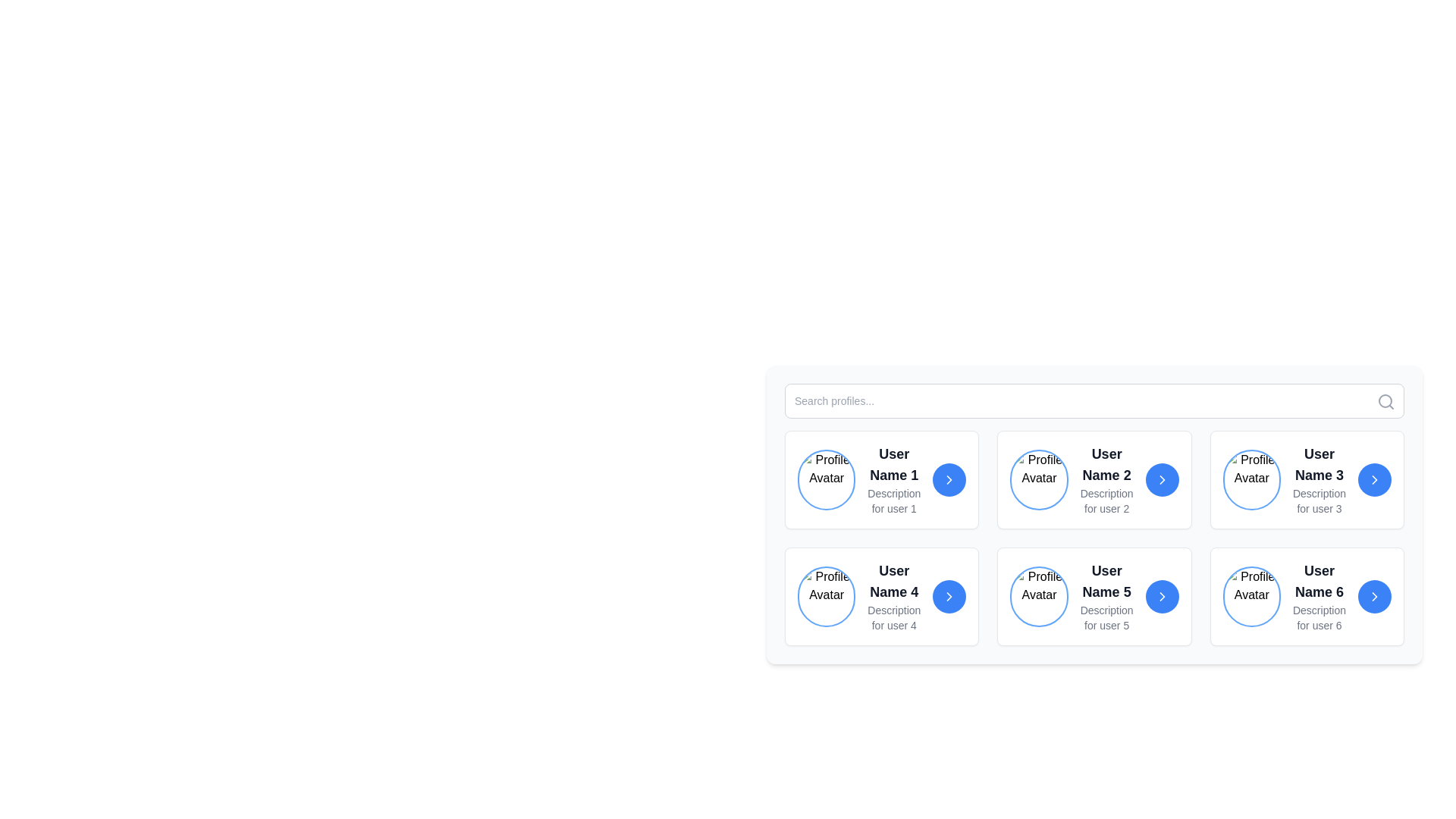 This screenshot has height=819, width=1456. I want to click on the right-facing chevron icon with a clean outline, which is located on the third profile card ('User Name 3') from the top-left within the grid of user profiles, so click(1375, 479).